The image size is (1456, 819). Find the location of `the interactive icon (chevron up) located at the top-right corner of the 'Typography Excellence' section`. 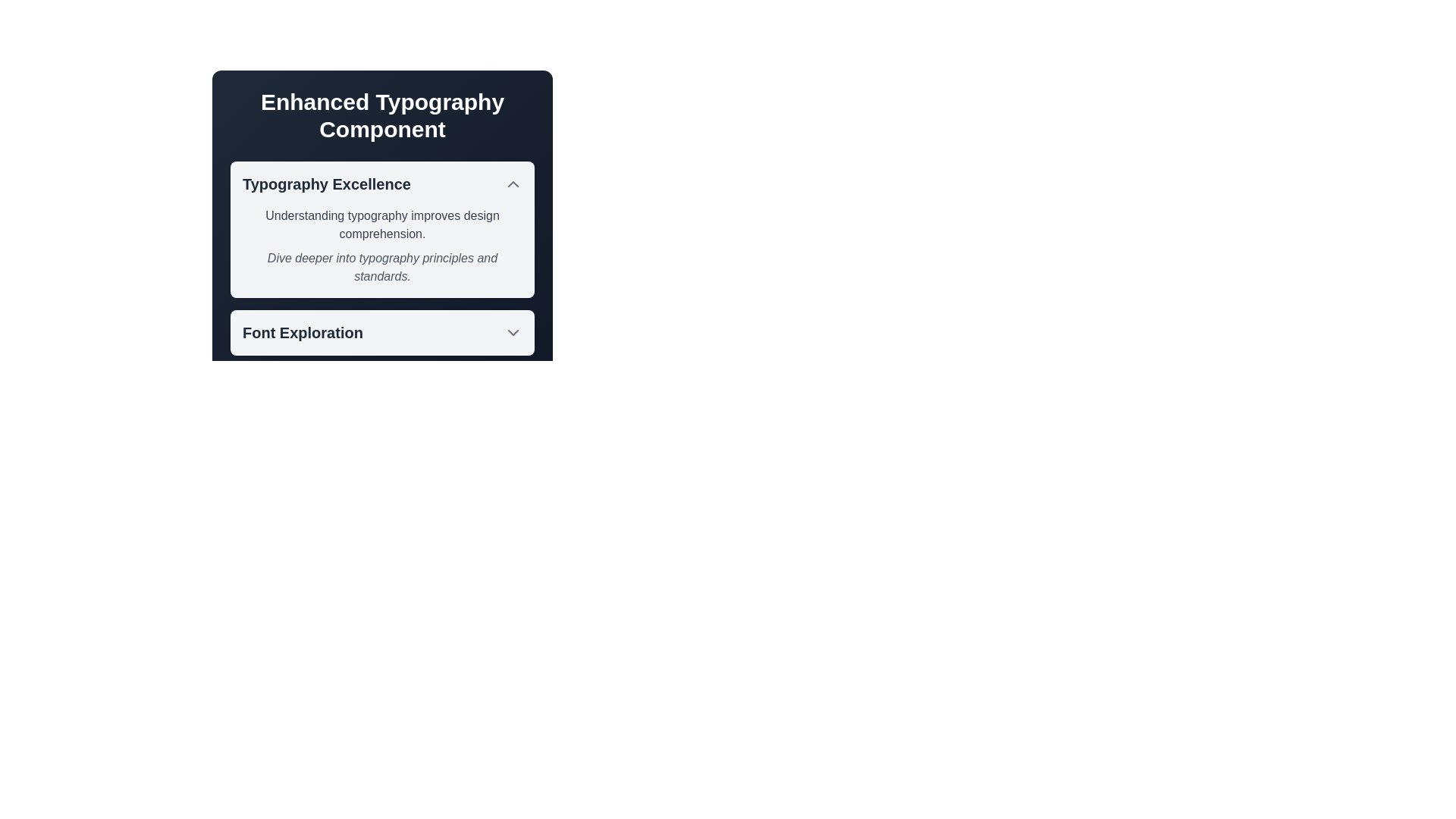

the interactive icon (chevron up) located at the top-right corner of the 'Typography Excellence' section is located at coordinates (513, 184).